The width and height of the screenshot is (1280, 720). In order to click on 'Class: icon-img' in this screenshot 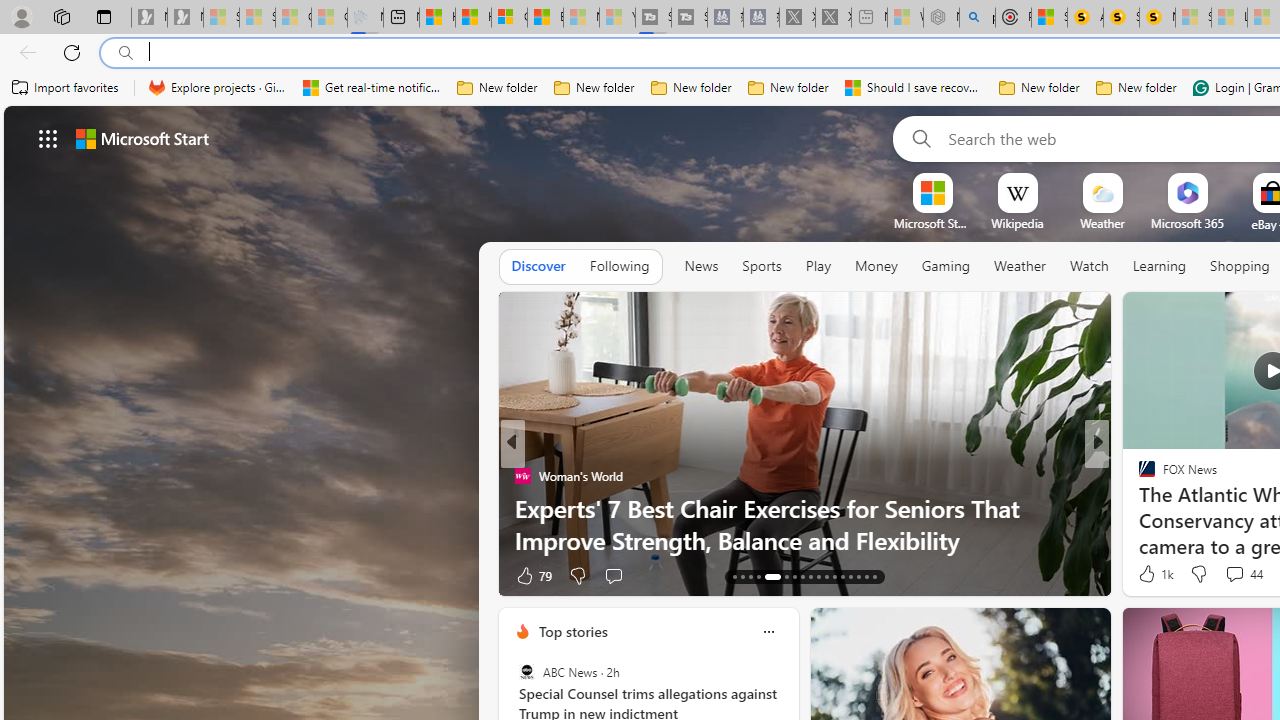, I will do `click(767, 632)`.